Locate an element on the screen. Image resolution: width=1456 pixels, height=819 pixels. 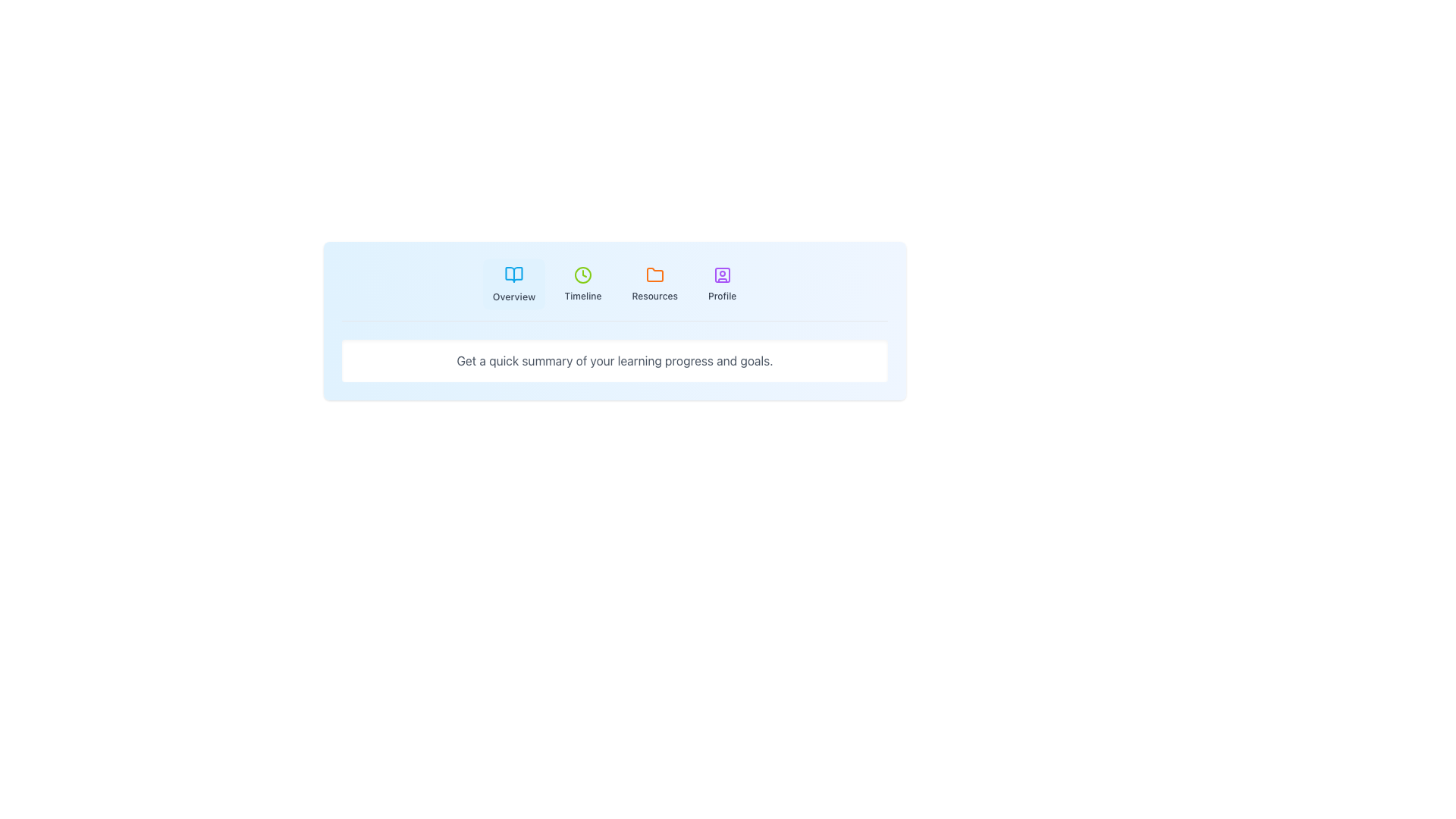
the Text content display element that provides a summary of the user's learning progress and goals, located below the navigation section is located at coordinates (615, 360).